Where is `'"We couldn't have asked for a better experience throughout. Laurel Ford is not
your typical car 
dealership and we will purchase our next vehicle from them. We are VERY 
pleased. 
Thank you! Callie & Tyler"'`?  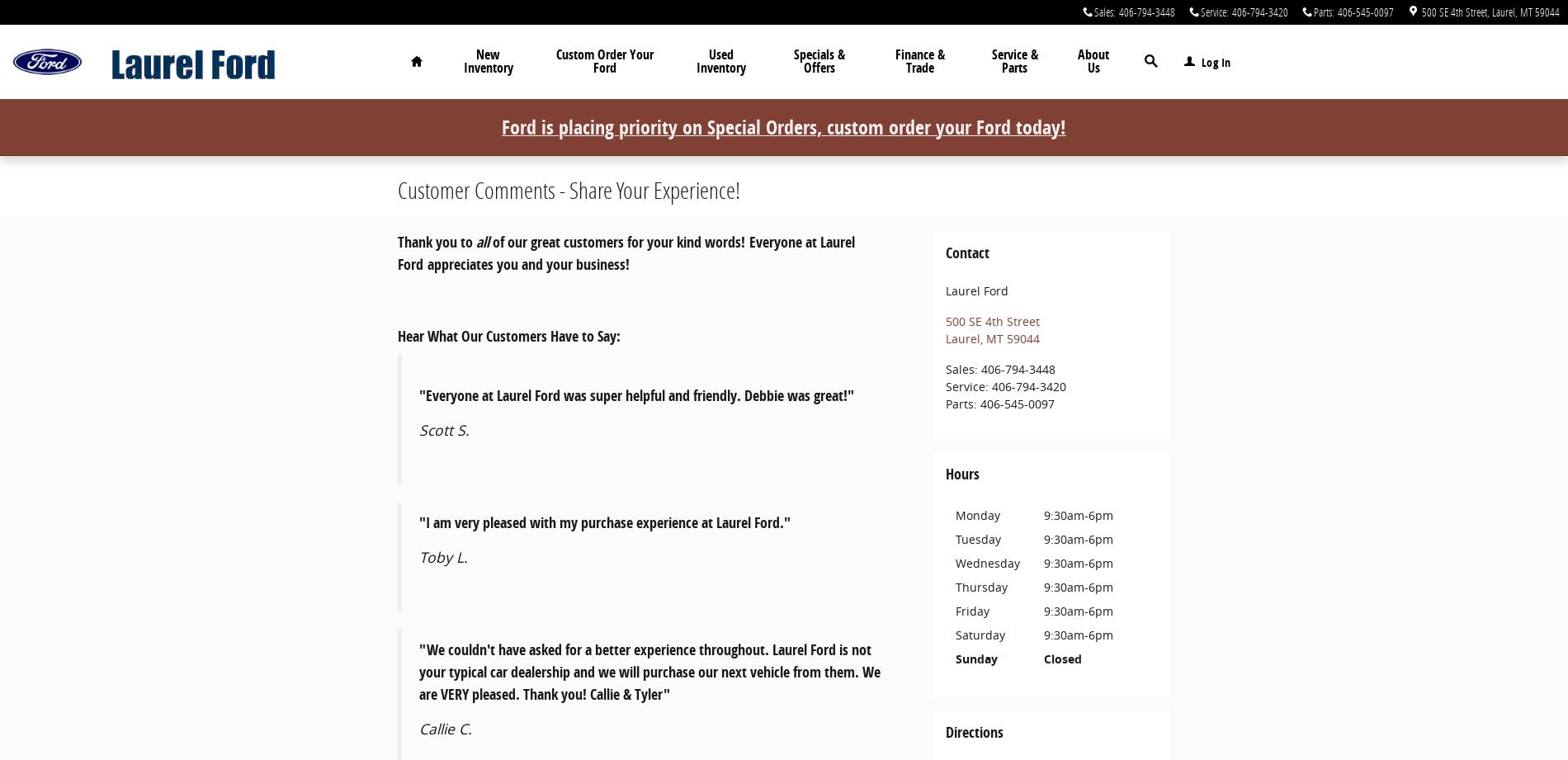
'"We couldn't have asked for a better experience throughout. Laurel Ford is not
your typical car 
dealership and we will purchase our next vehicle from them. We are VERY 
pleased. 
Thank you! Callie & Tyler"' is located at coordinates (649, 670).